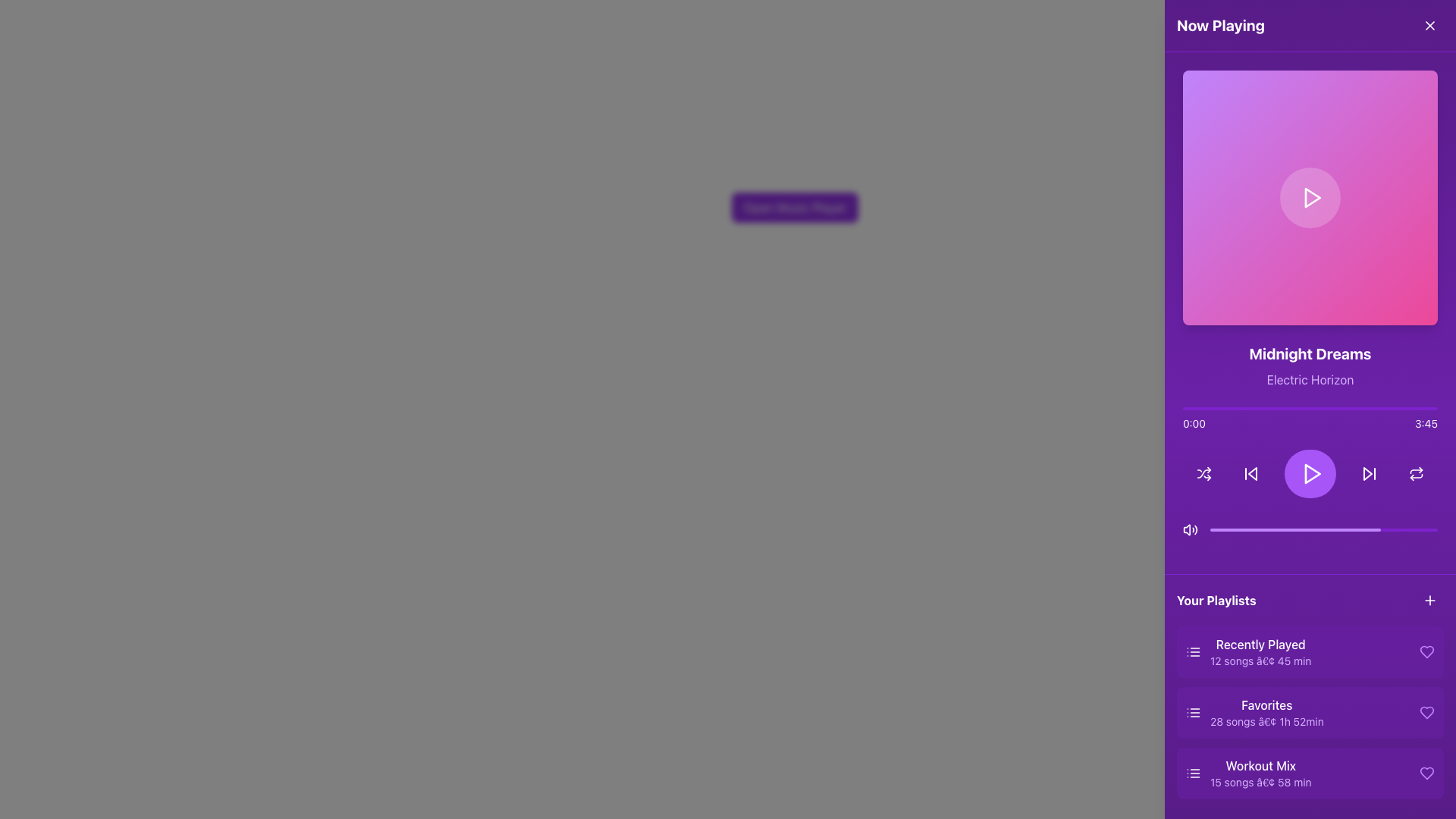 This screenshot has height=819, width=1456. Describe the element at coordinates (1203, 472) in the screenshot. I see `the first button from the left in the row of control elements beneath the music track progress bar` at that location.